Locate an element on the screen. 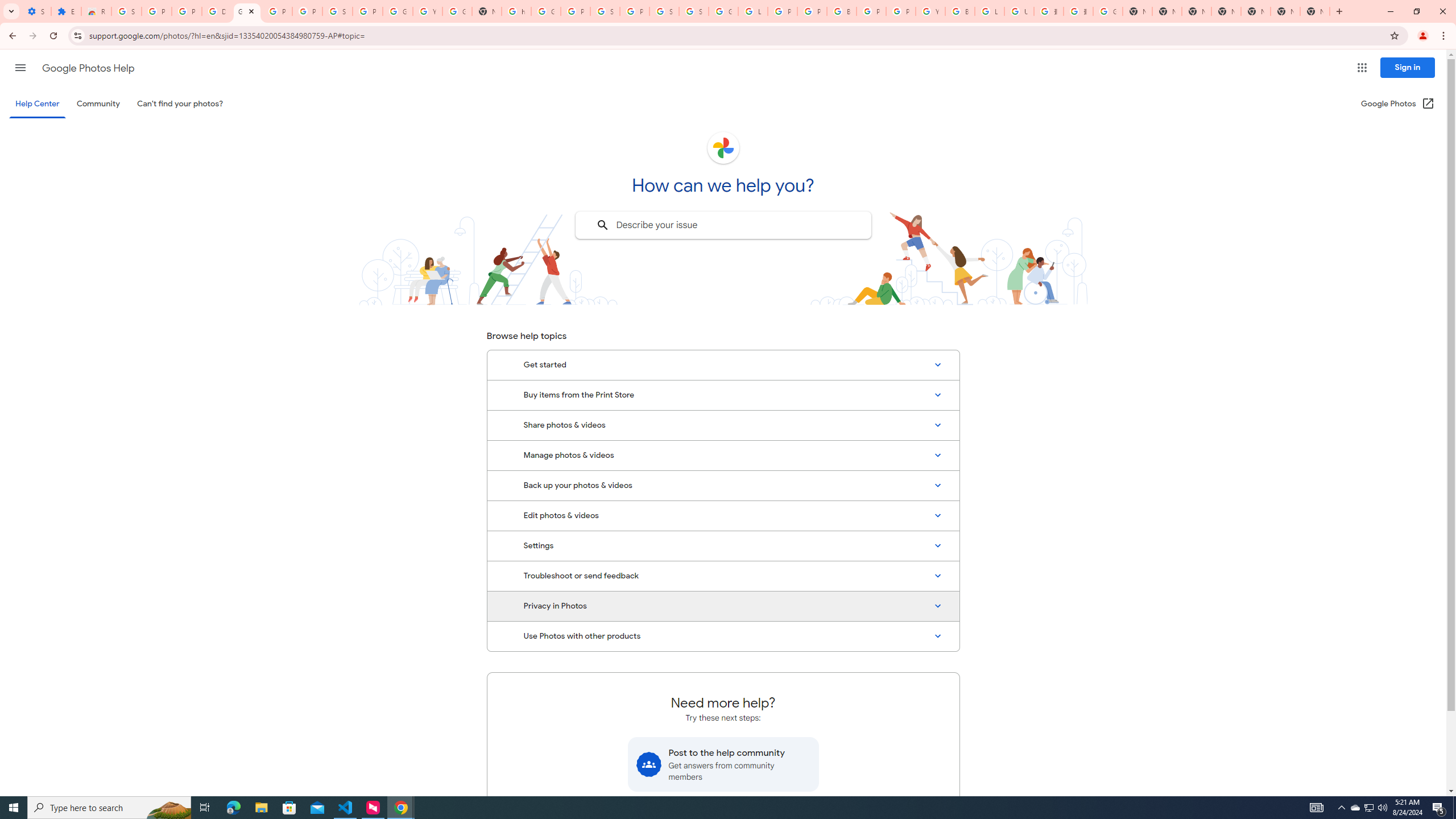 The image size is (1456, 819). 'Can' is located at coordinates (180, 103).